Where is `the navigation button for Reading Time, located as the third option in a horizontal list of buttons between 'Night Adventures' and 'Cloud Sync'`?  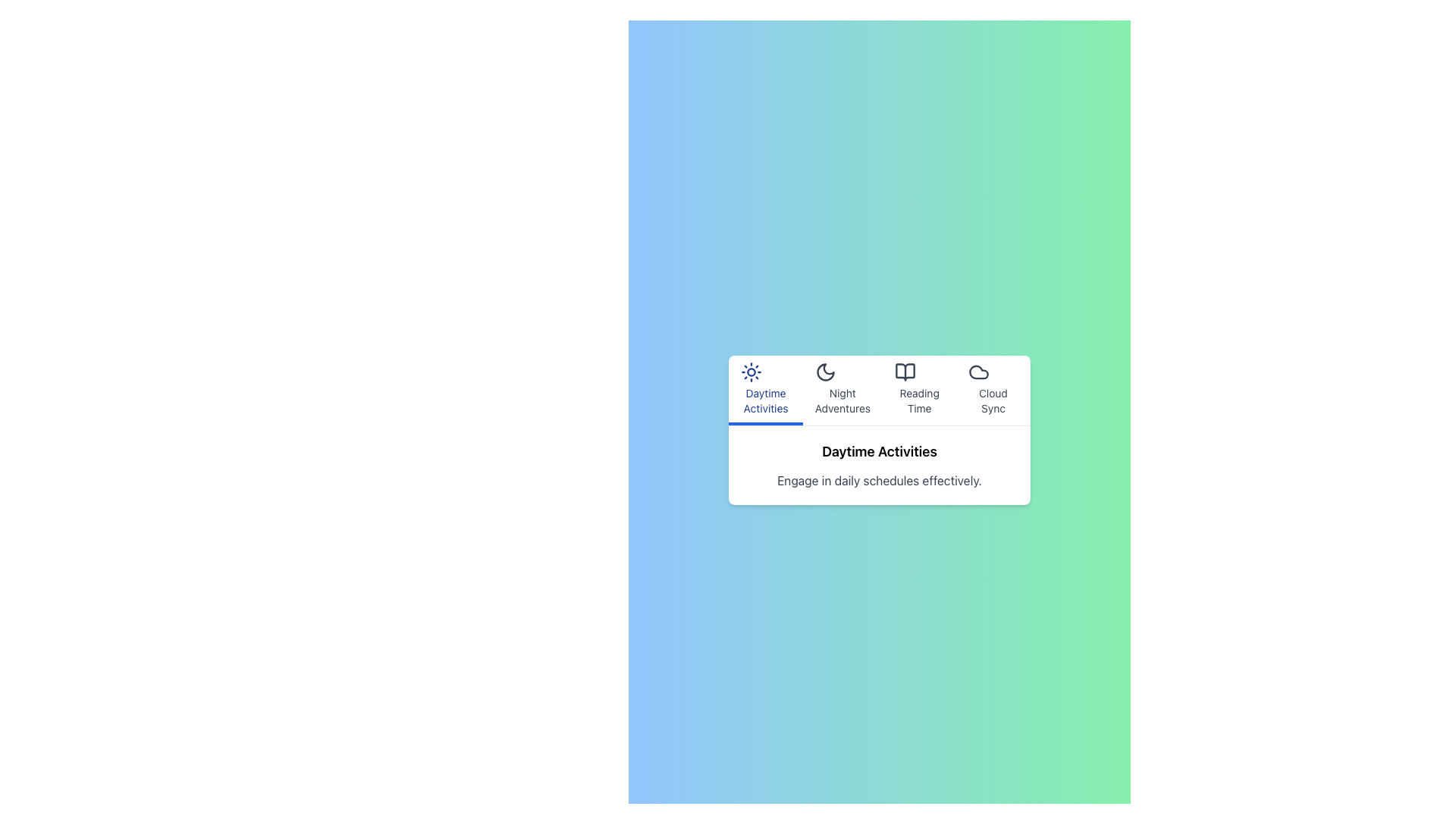
the navigation button for Reading Time, located as the third option in a horizontal list of buttons between 'Night Adventures' and 'Cloud Sync' is located at coordinates (918, 389).